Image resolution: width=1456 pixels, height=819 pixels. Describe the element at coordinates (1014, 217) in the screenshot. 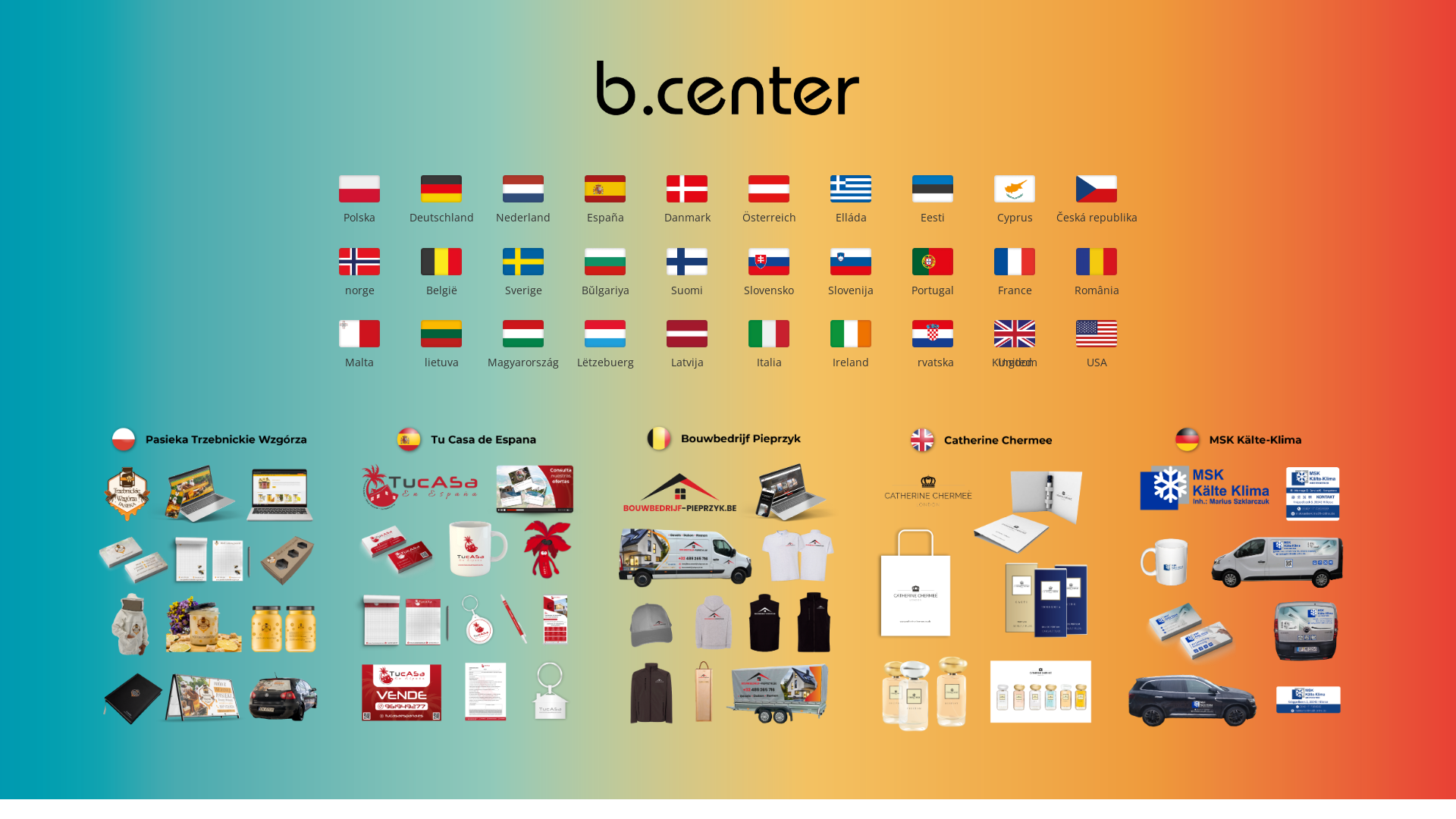

I see `'Cyprus'` at that location.